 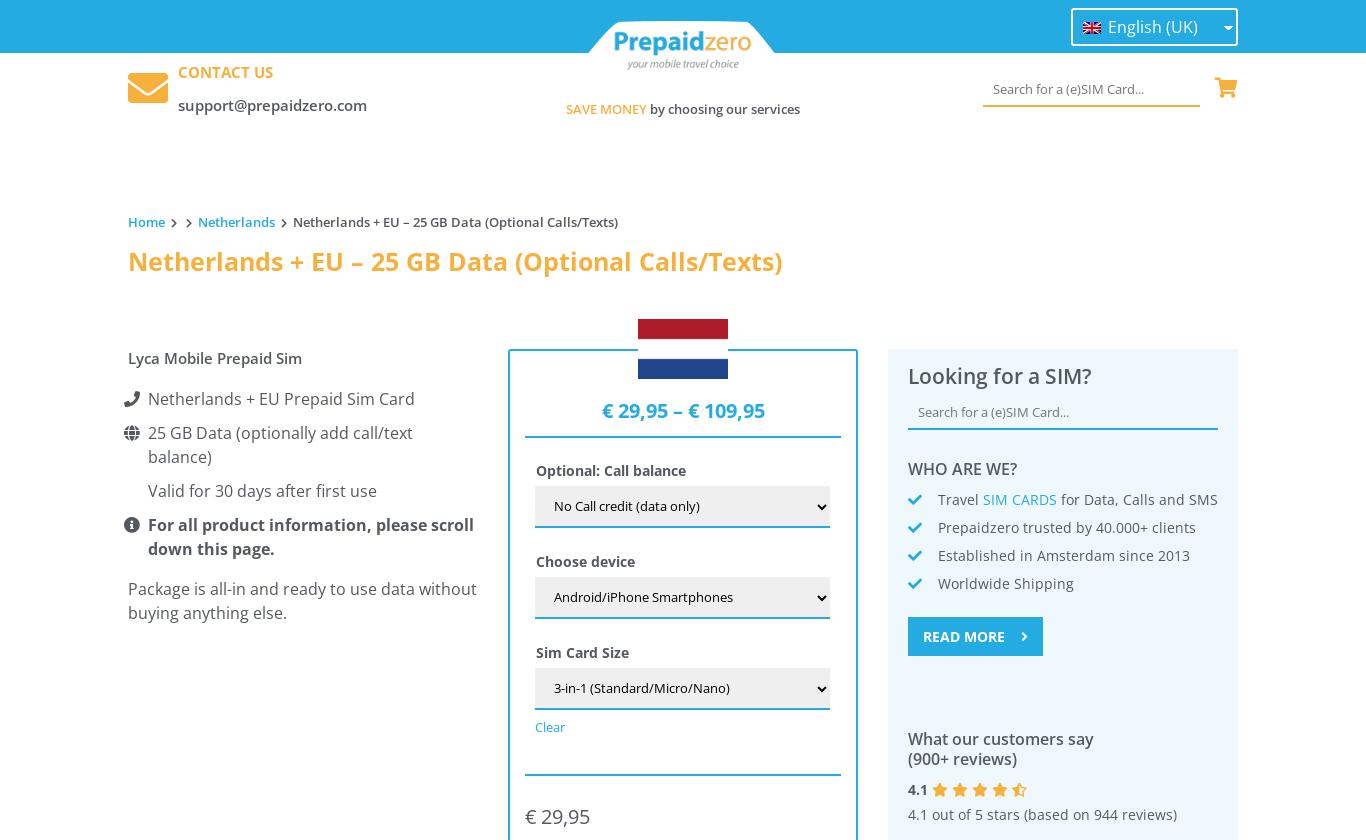 What do you see at coordinates (745, 30) in the screenshot?
I see `'Topup'` at bounding box center [745, 30].